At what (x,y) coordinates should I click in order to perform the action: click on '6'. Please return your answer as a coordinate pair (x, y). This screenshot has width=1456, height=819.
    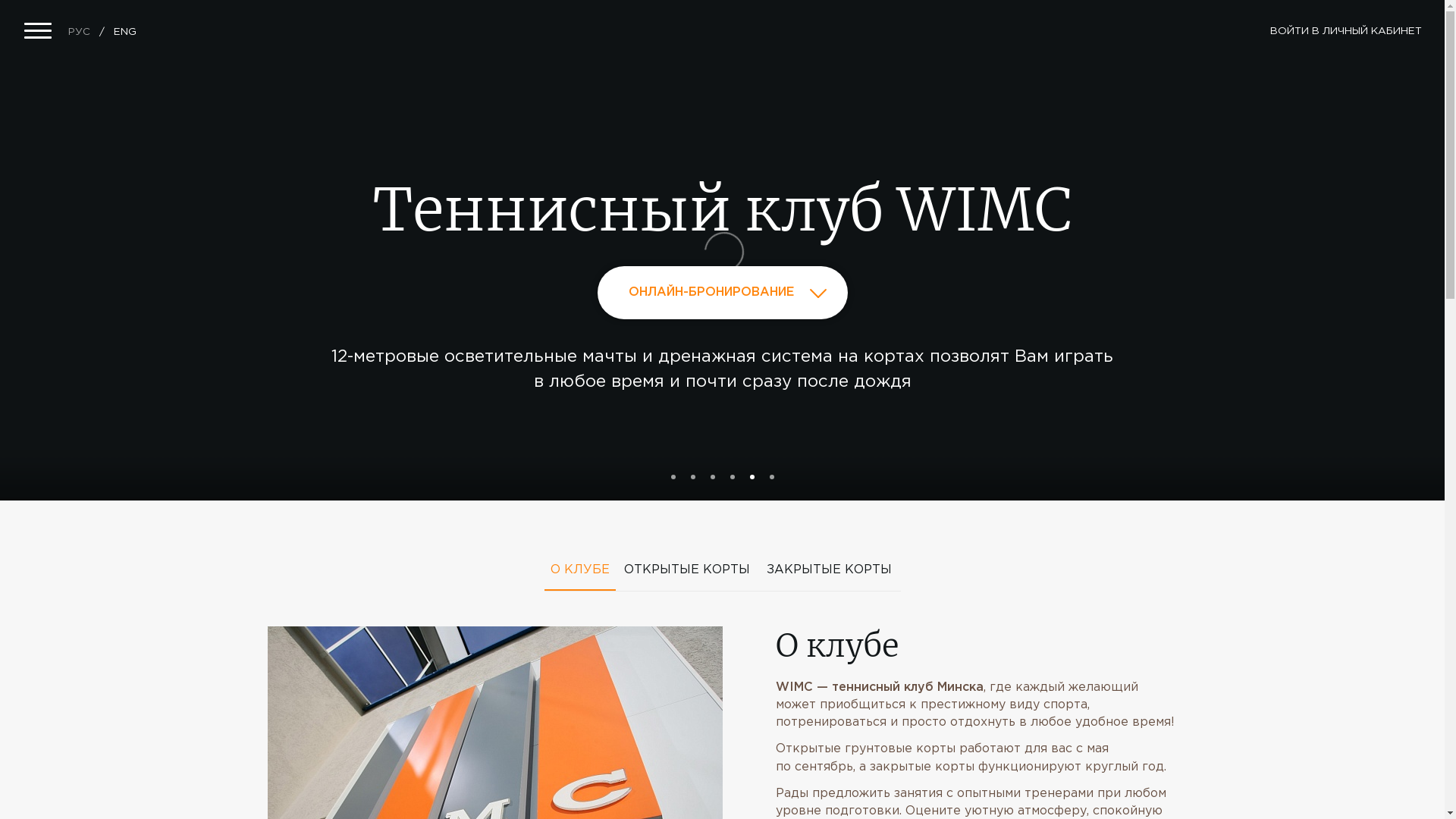
    Looking at the image, I should click on (771, 475).